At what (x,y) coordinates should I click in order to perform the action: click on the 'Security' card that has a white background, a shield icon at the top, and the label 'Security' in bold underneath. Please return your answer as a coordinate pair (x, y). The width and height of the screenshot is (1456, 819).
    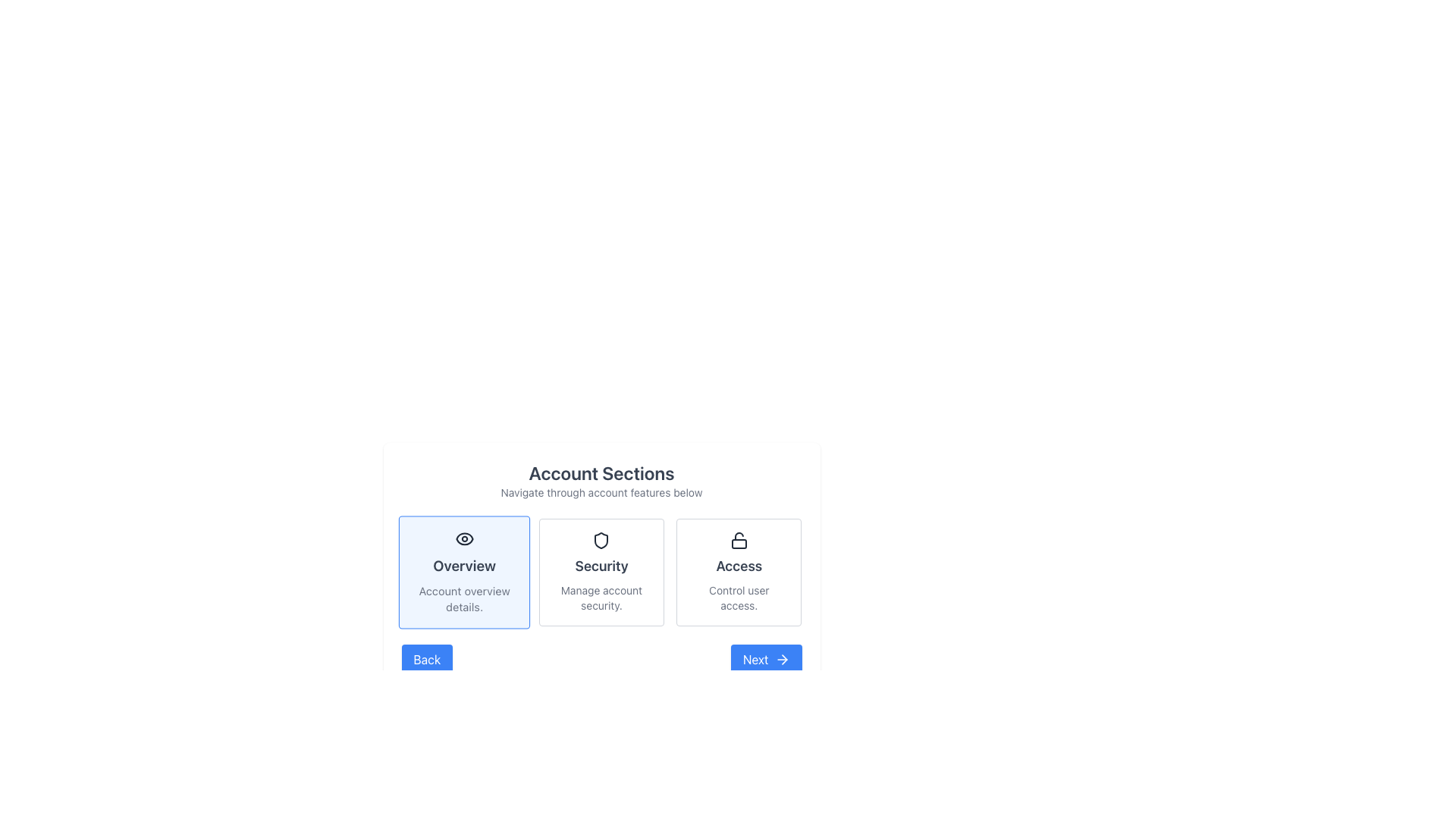
    Looking at the image, I should click on (601, 573).